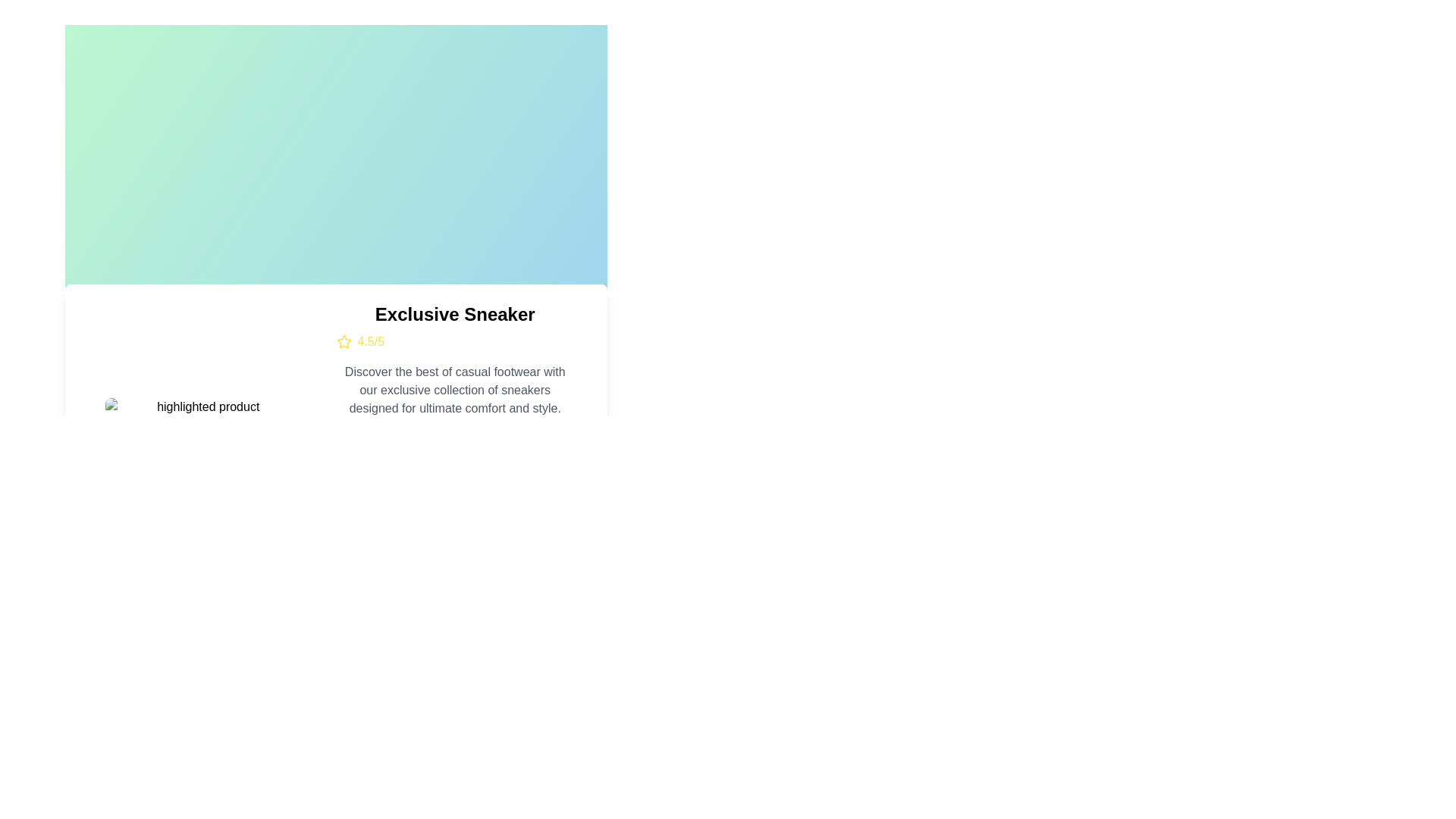 The image size is (1456, 819). I want to click on the star-shaped icon representing the rating in the review section for 'Exclusive Sneaker', so click(342, 341).